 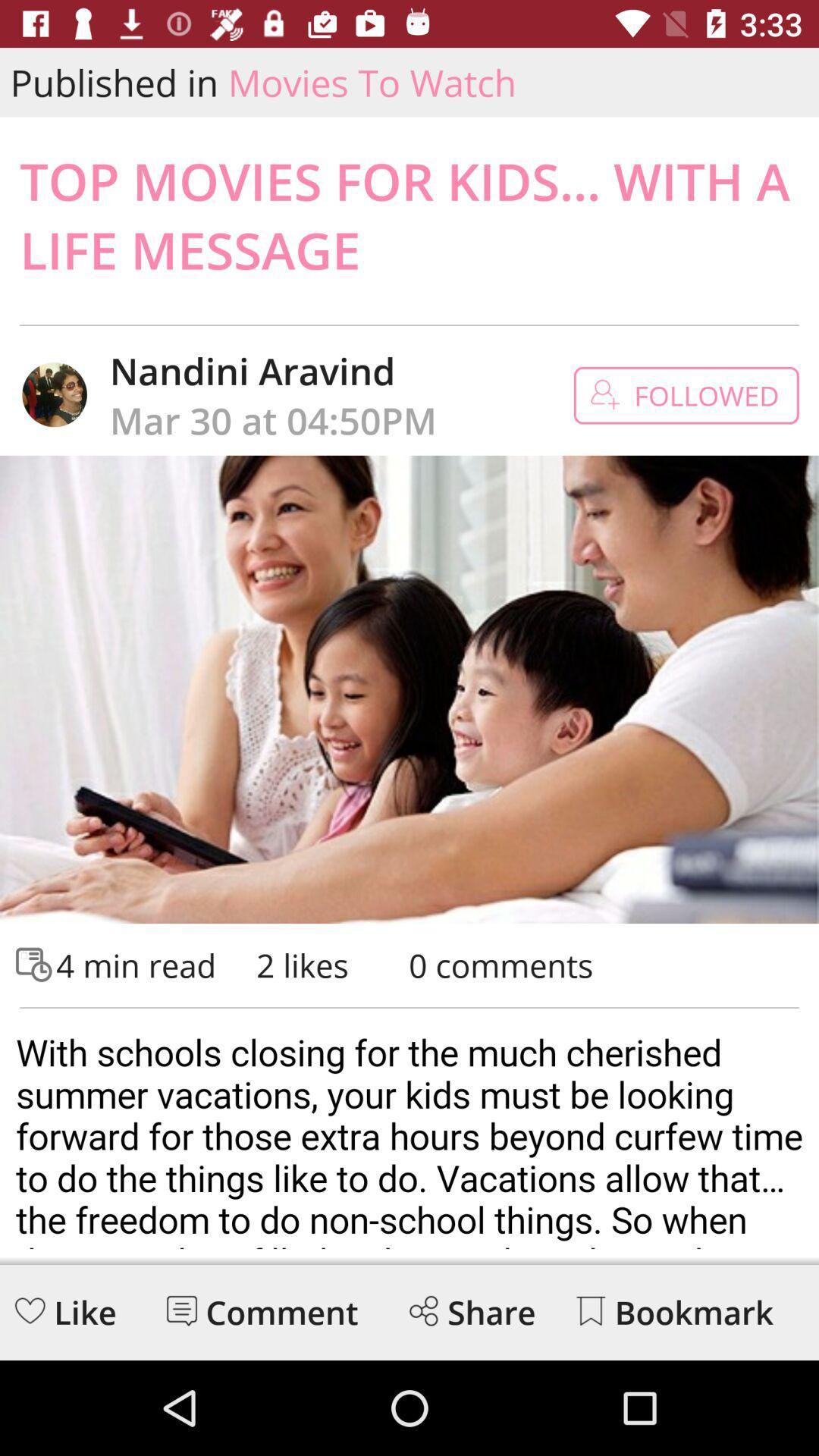 I want to click on comment section, so click(x=180, y=1310).